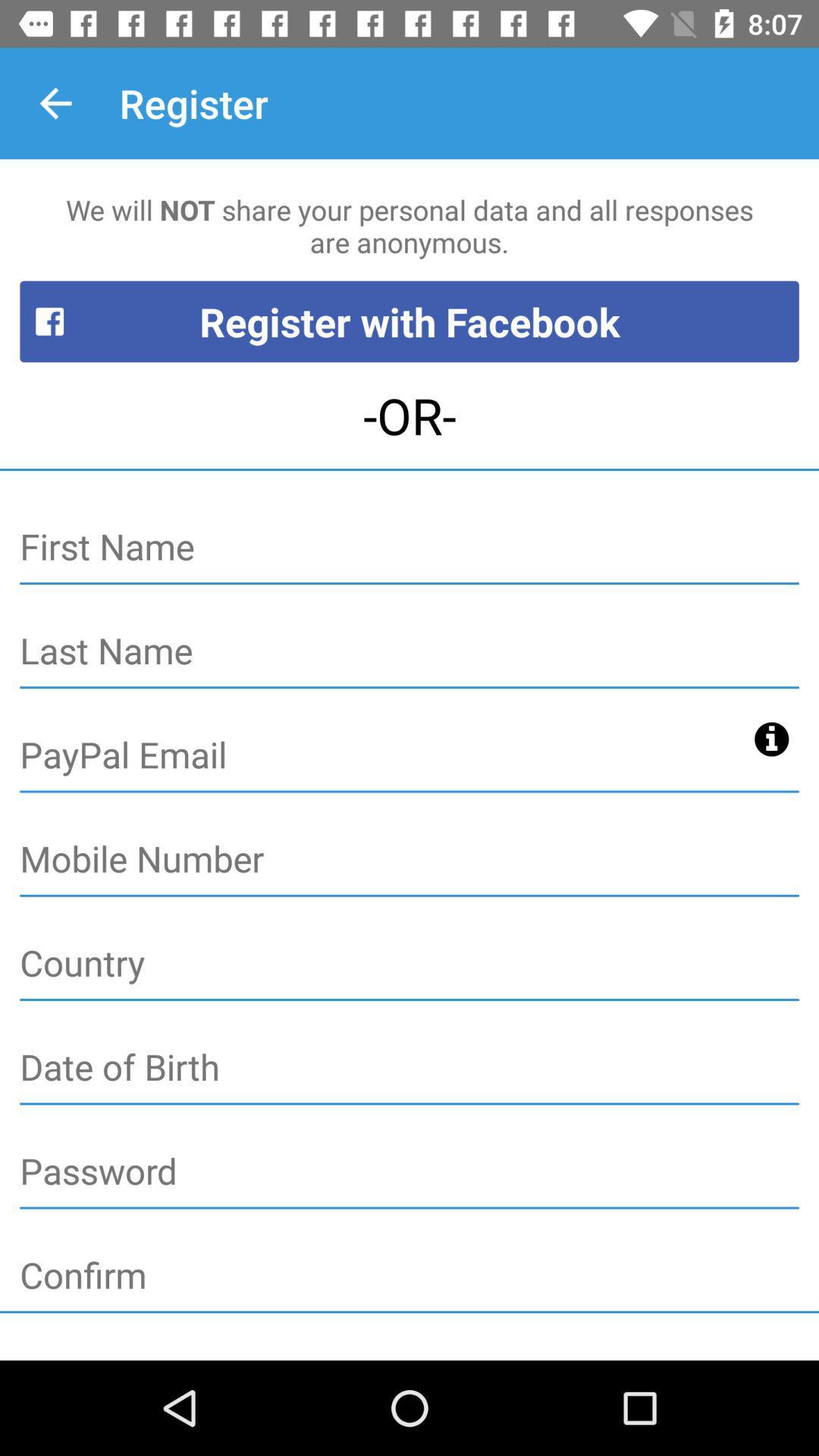 The image size is (819, 1456). What do you see at coordinates (409, 547) in the screenshot?
I see `first name button` at bounding box center [409, 547].